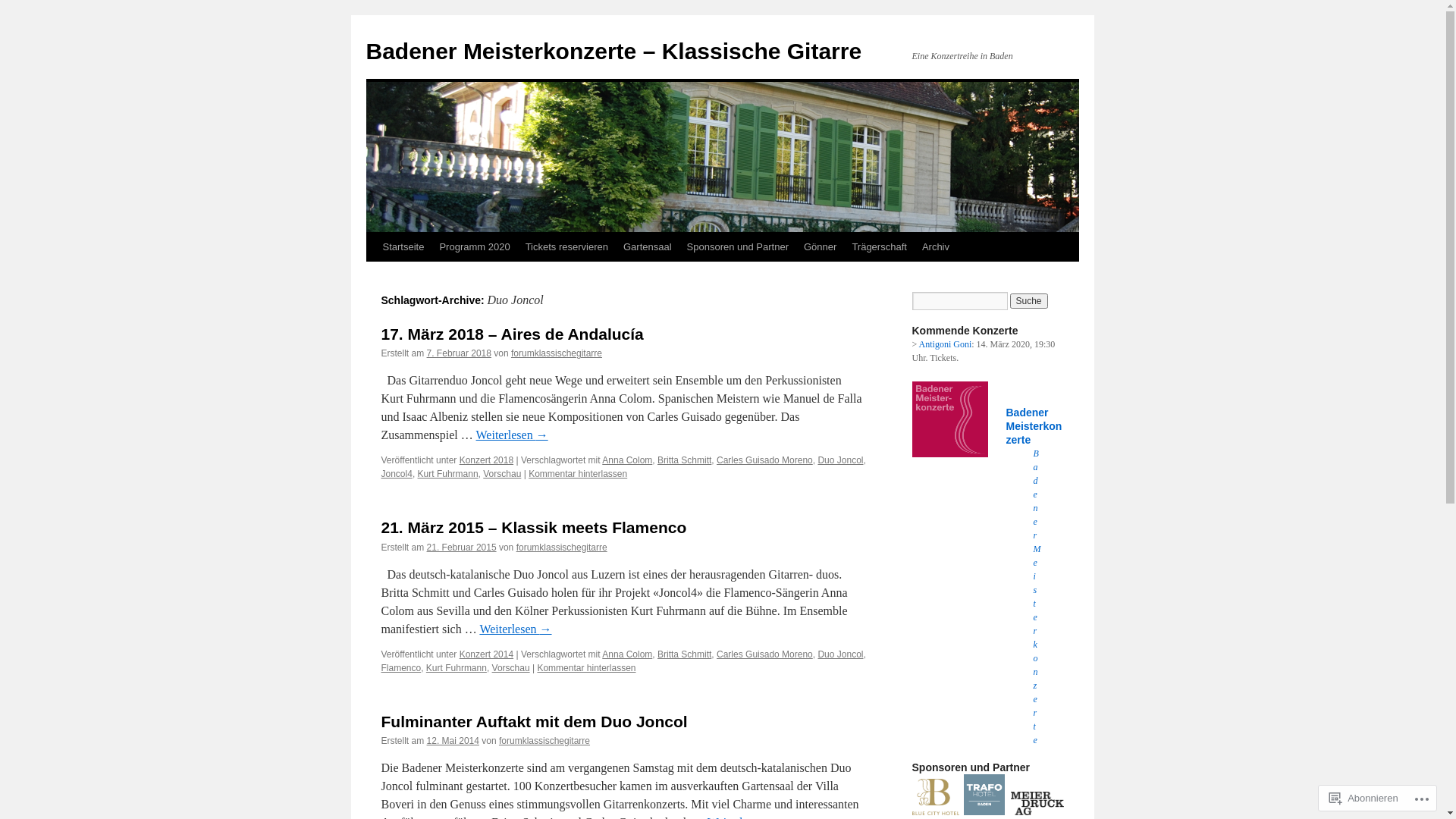  Describe the element at coordinates (648, 246) in the screenshot. I see `'Gartensaal'` at that location.